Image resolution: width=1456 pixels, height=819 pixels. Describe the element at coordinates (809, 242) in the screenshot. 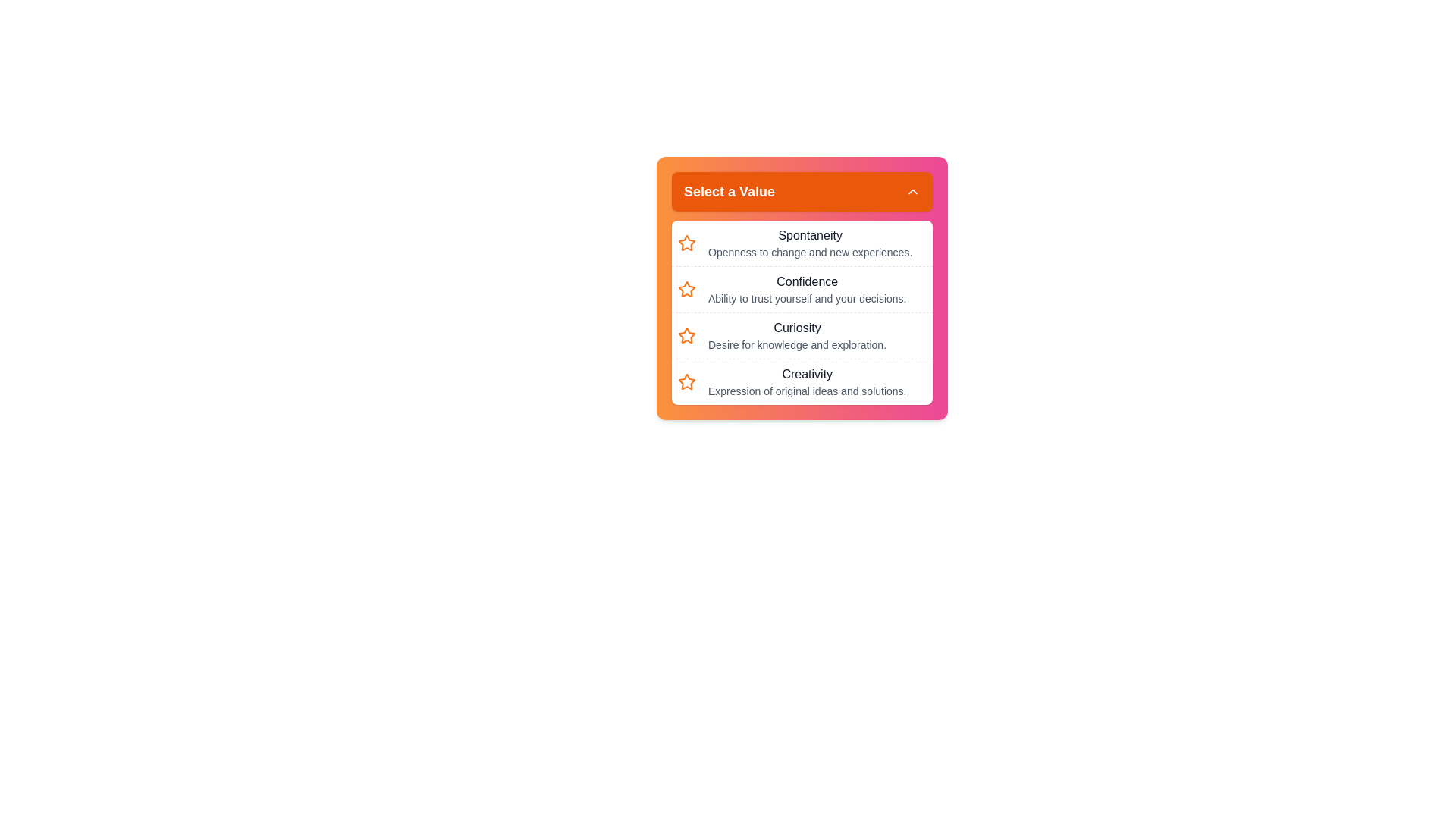

I see `the 'Spontaneity' option in the drop-down menu labeled 'Select a Value'` at that location.